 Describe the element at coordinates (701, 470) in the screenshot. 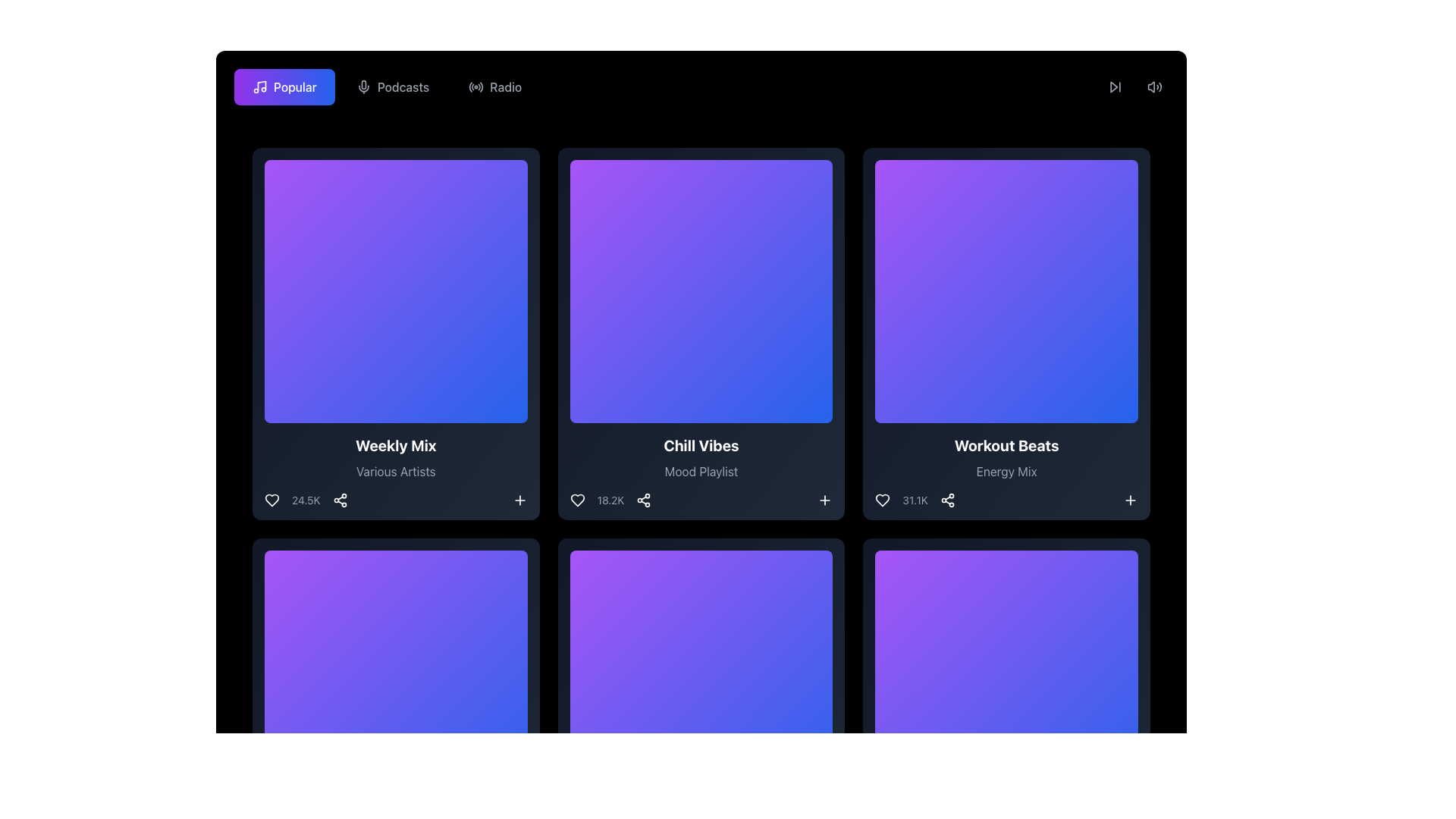

I see `the descriptive subtitle text label located below the 'Chill Vibes' title in the card component of the second column, which indicates the playlist's mood` at that location.